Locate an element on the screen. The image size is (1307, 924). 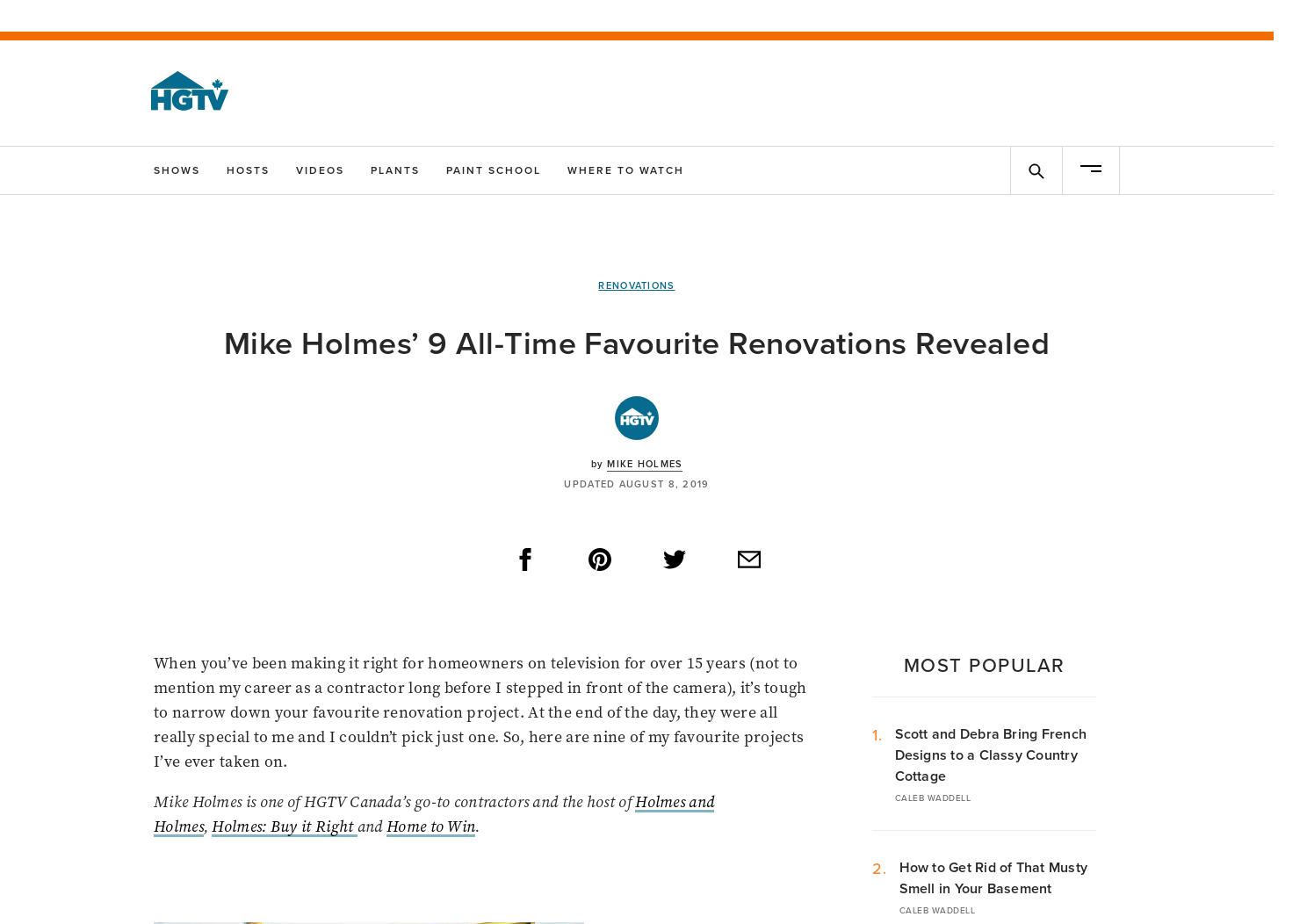
'What $2,500 in Rent Will Get You in Toronto Right Now' is located at coordinates (632, 610).